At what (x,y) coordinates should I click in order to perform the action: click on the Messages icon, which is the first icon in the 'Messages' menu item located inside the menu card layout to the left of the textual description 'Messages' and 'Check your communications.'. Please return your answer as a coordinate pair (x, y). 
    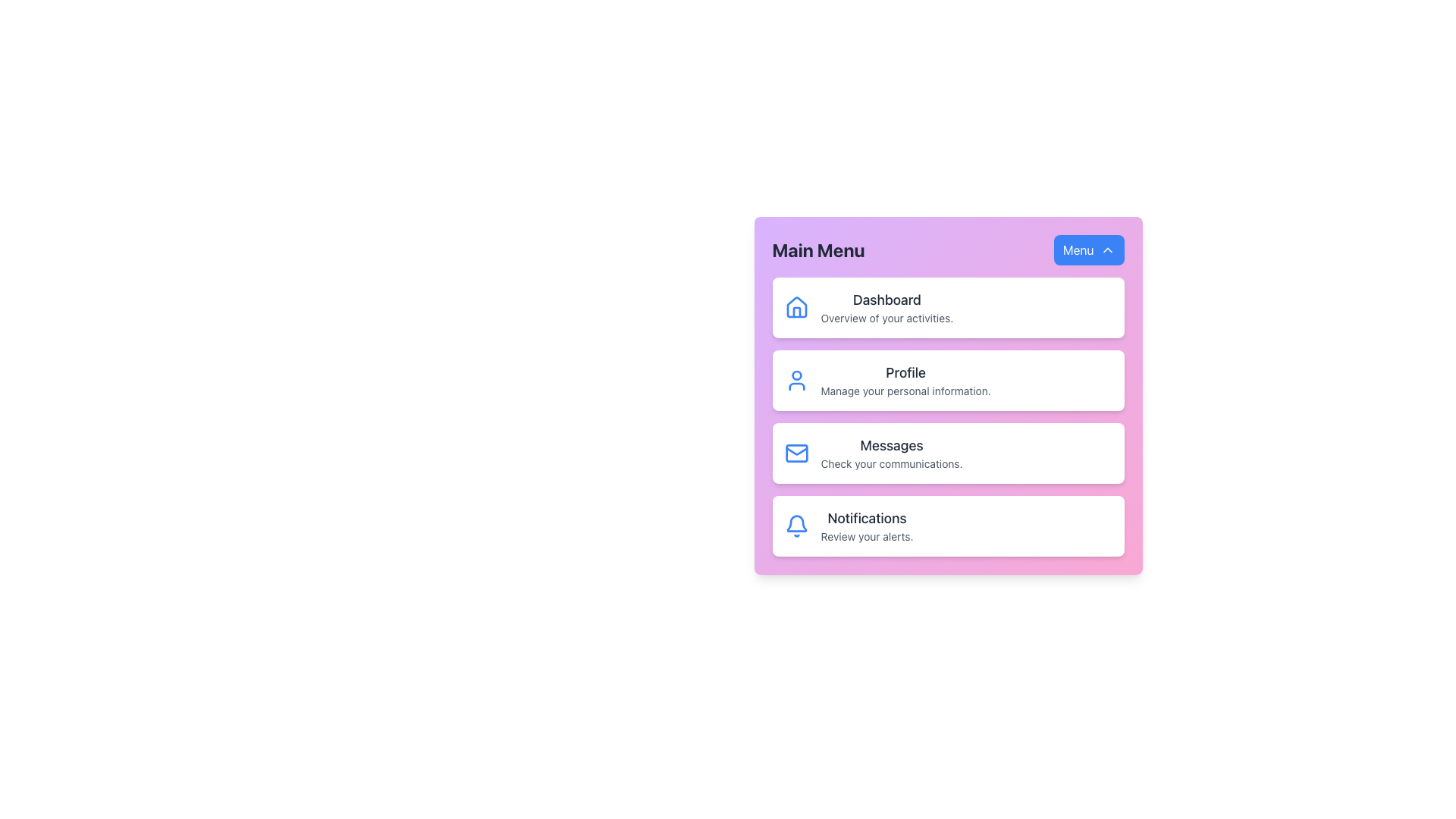
    Looking at the image, I should click on (795, 452).